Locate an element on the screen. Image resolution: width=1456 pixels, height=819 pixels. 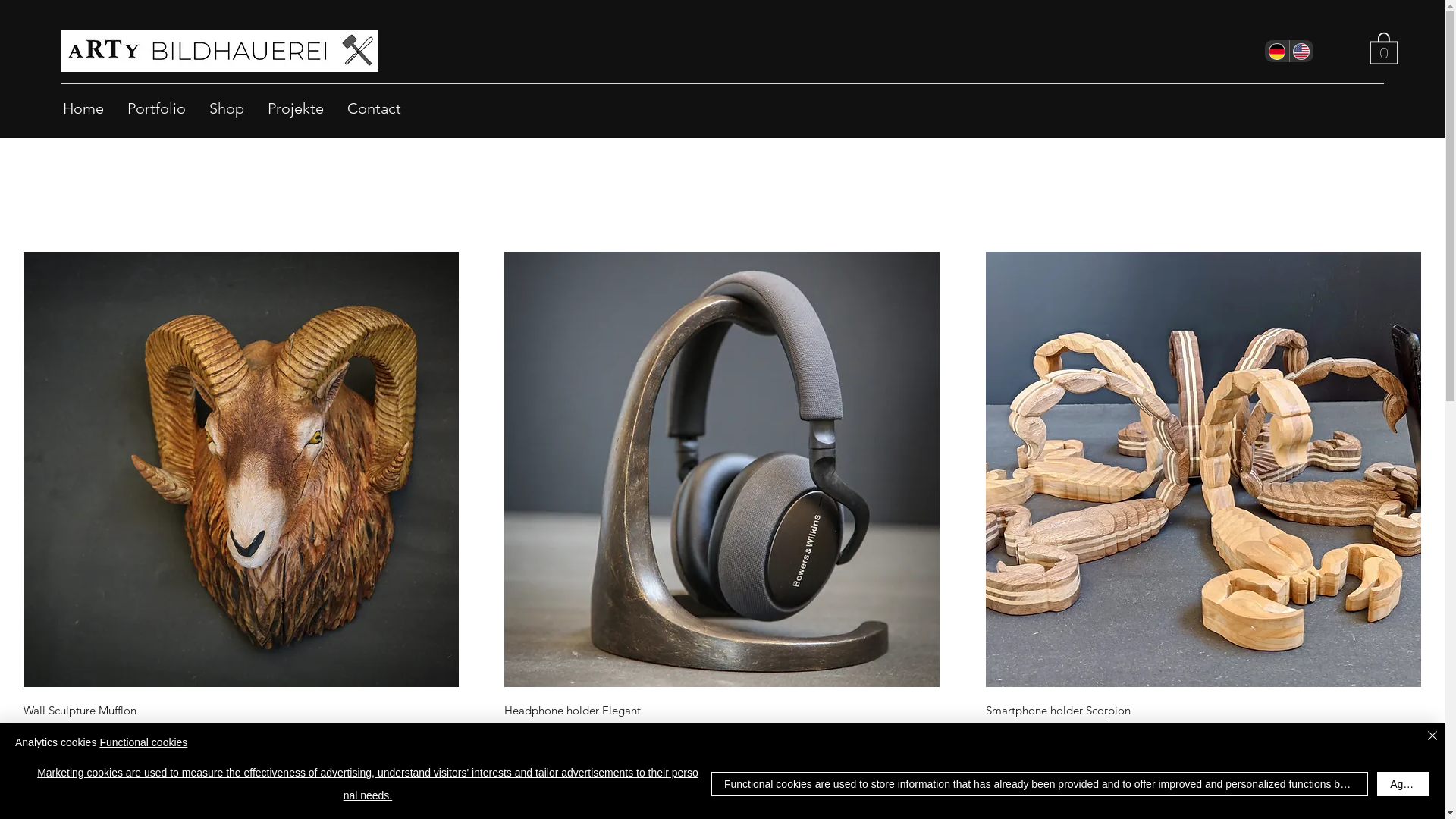
'Agree' is located at coordinates (1402, 783).